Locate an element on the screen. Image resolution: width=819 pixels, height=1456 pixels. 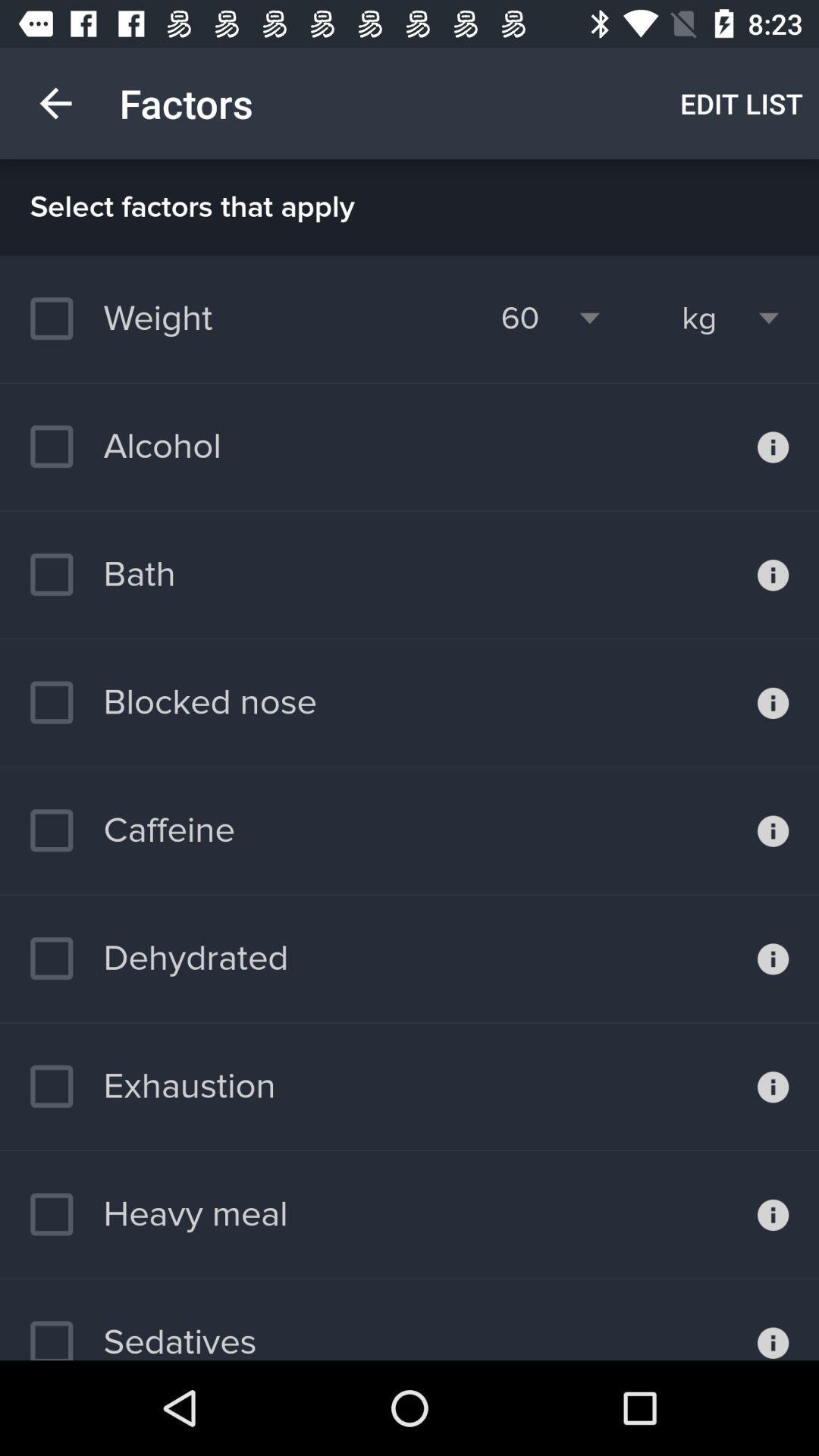
kg icon is located at coordinates (699, 318).